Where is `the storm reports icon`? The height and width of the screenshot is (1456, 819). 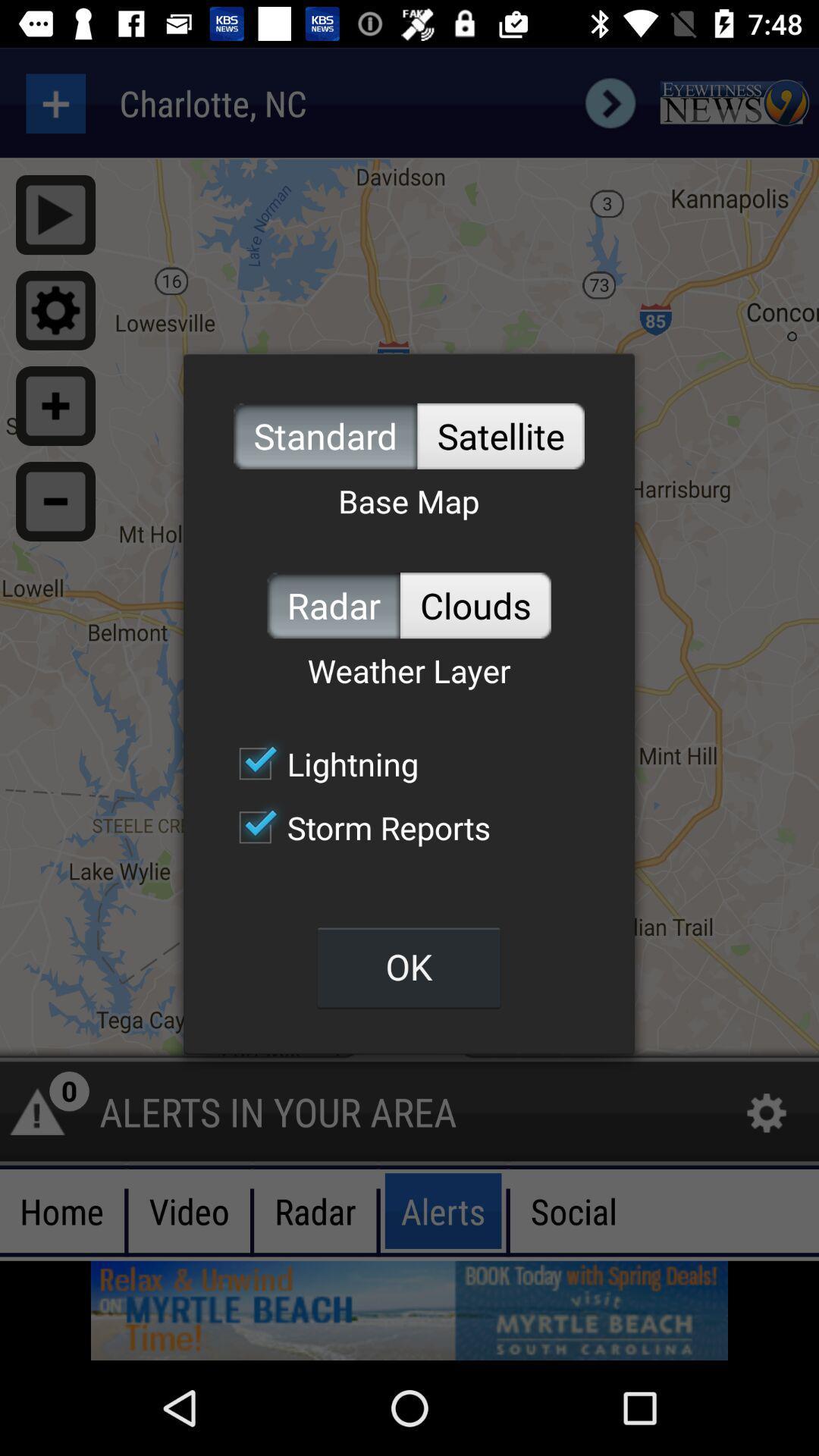 the storm reports icon is located at coordinates (356, 827).